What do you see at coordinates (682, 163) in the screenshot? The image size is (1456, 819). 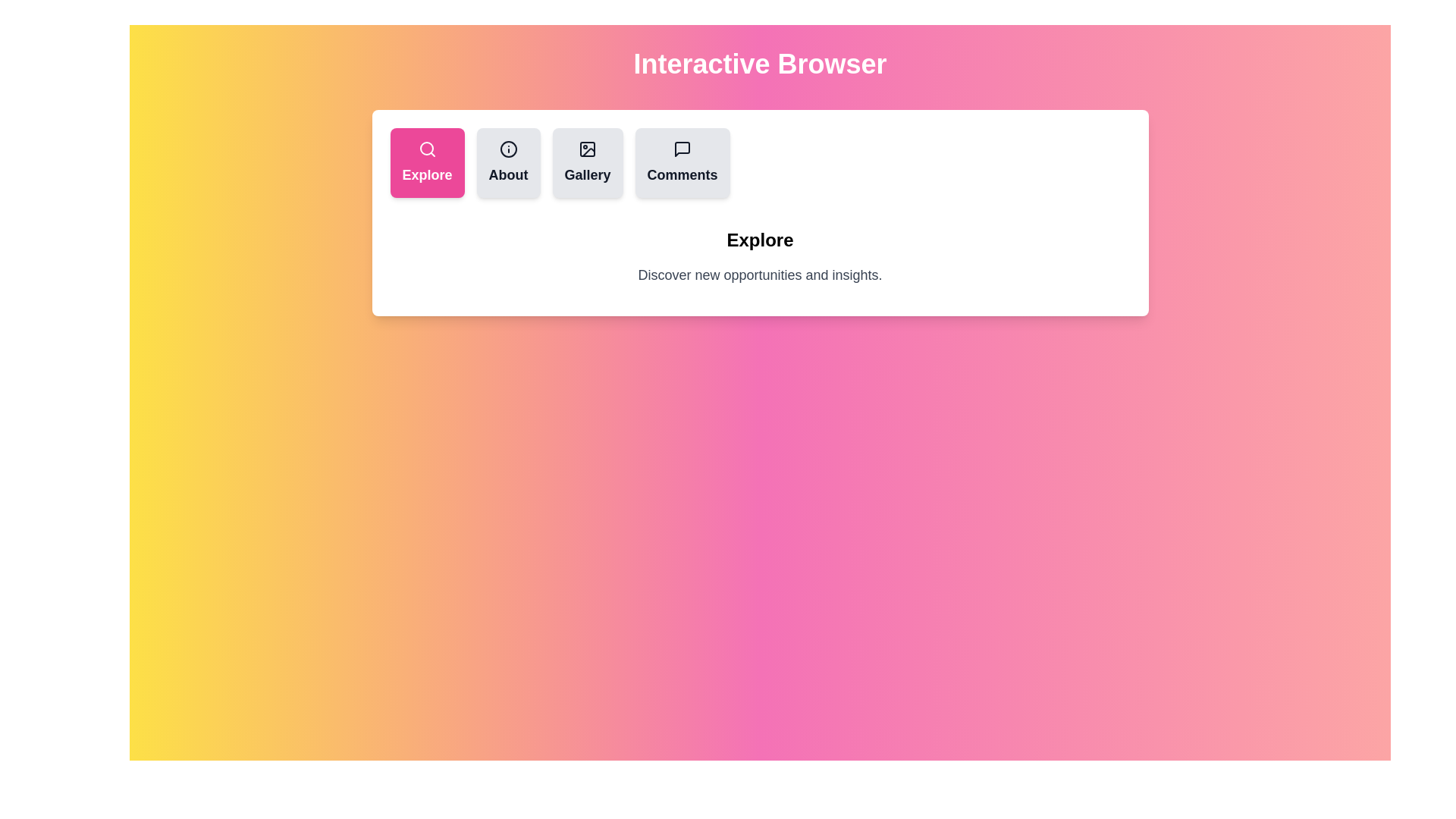 I see `the tab labeled Comments by clicking its button` at bounding box center [682, 163].